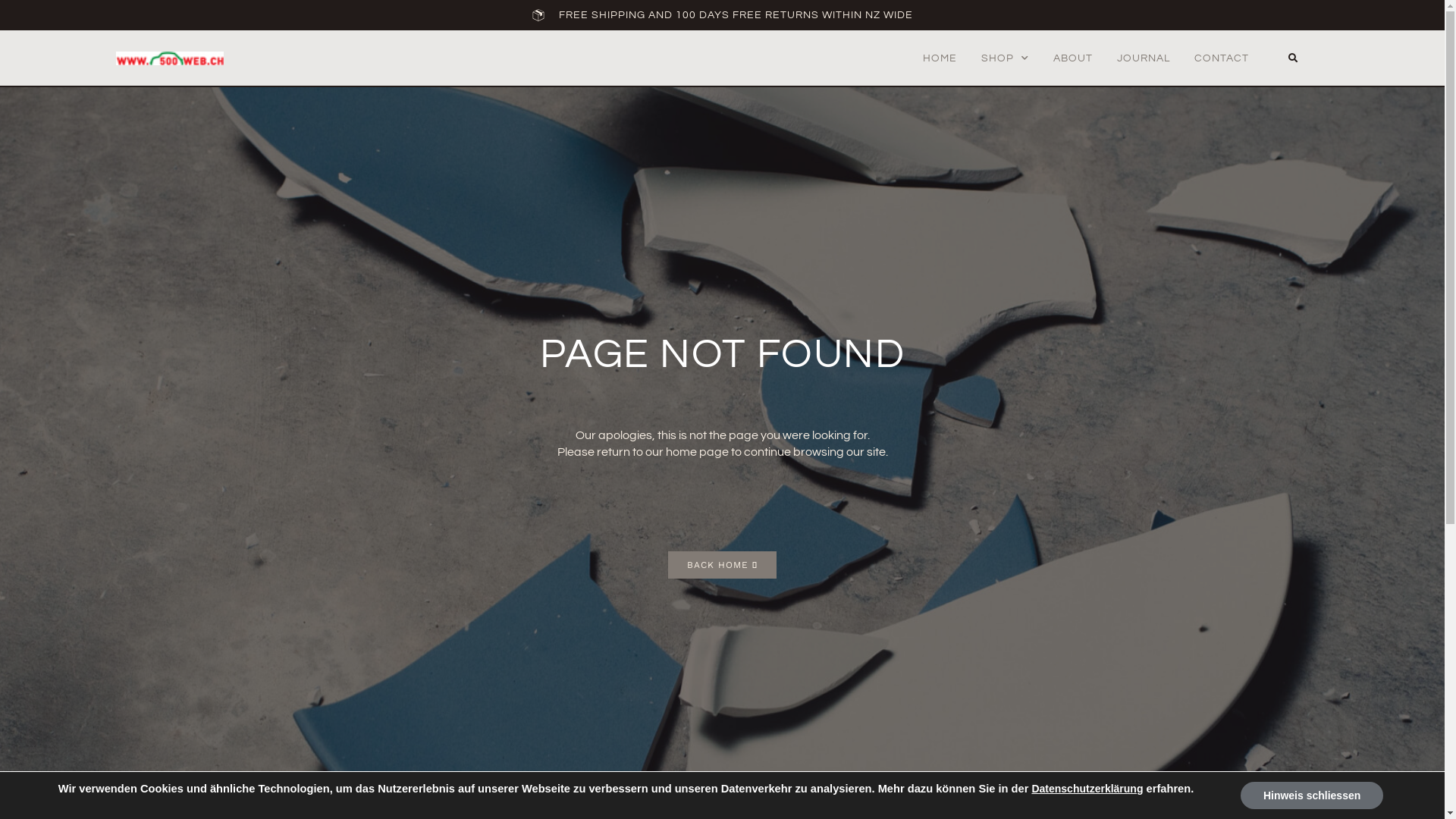 The image size is (1456, 819). I want to click on 'SHOP', so click(1005, 58).